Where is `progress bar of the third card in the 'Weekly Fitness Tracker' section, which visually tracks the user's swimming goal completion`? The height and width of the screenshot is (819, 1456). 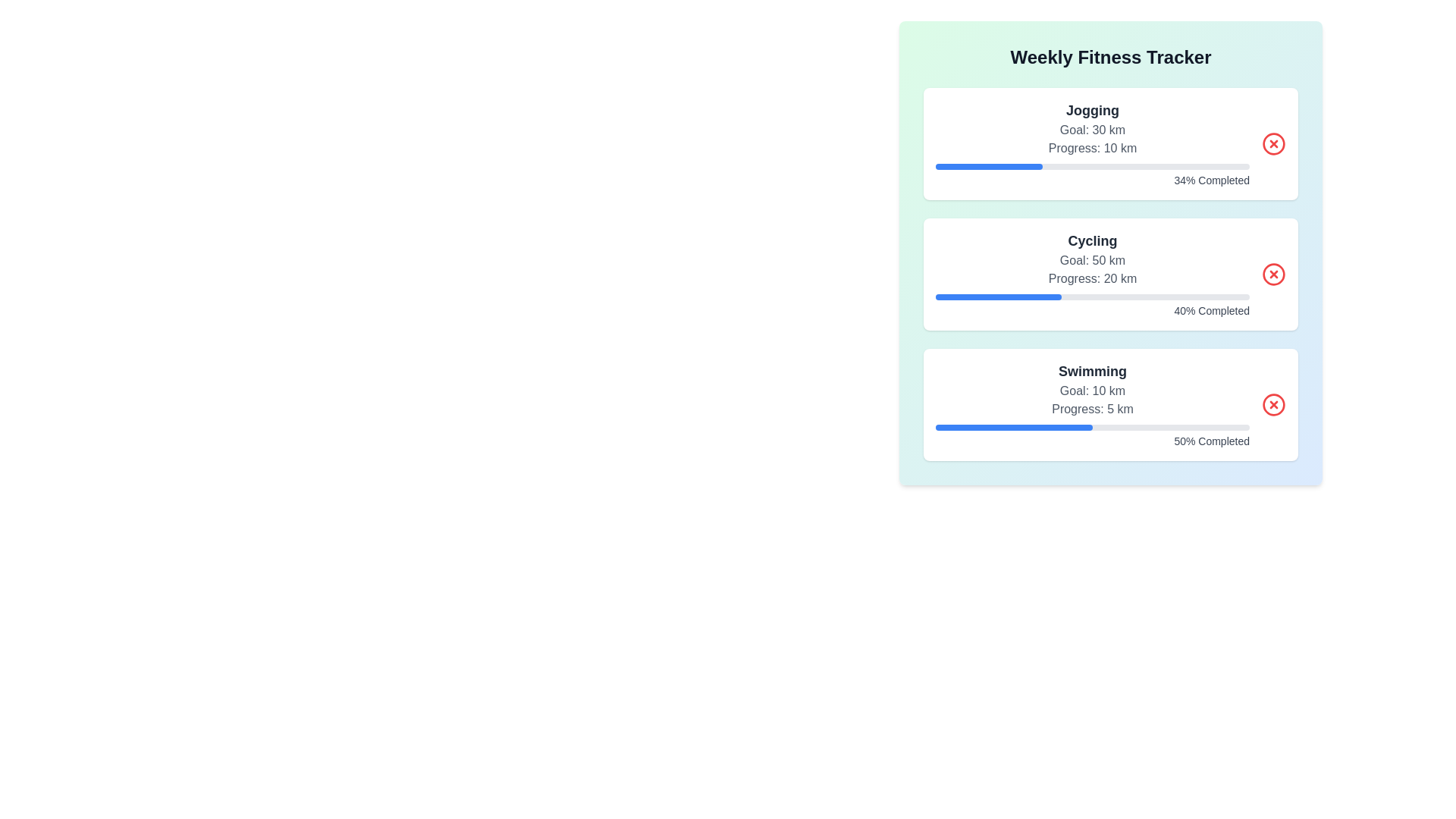
progress bar of the third card in the 'Weekly Fitness Tracker' section, which visually tracks the user's swimming goal completion is located at coordinates (1110, 403).